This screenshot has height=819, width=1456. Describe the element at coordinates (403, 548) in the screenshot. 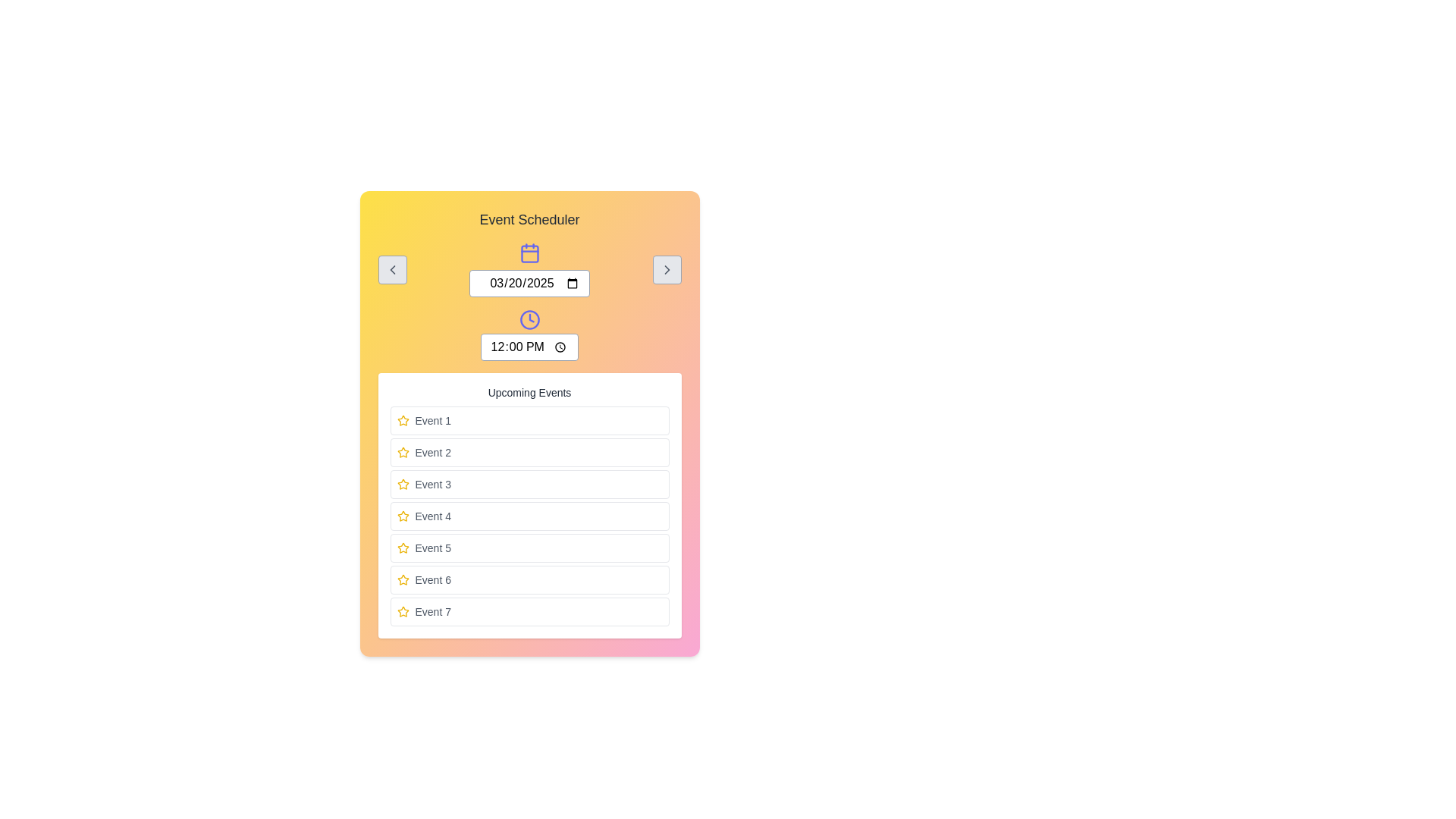

I see `the star icon located to the left of 'Event 5' in the fifth row of the 'Upcoming Events' list` at that location.